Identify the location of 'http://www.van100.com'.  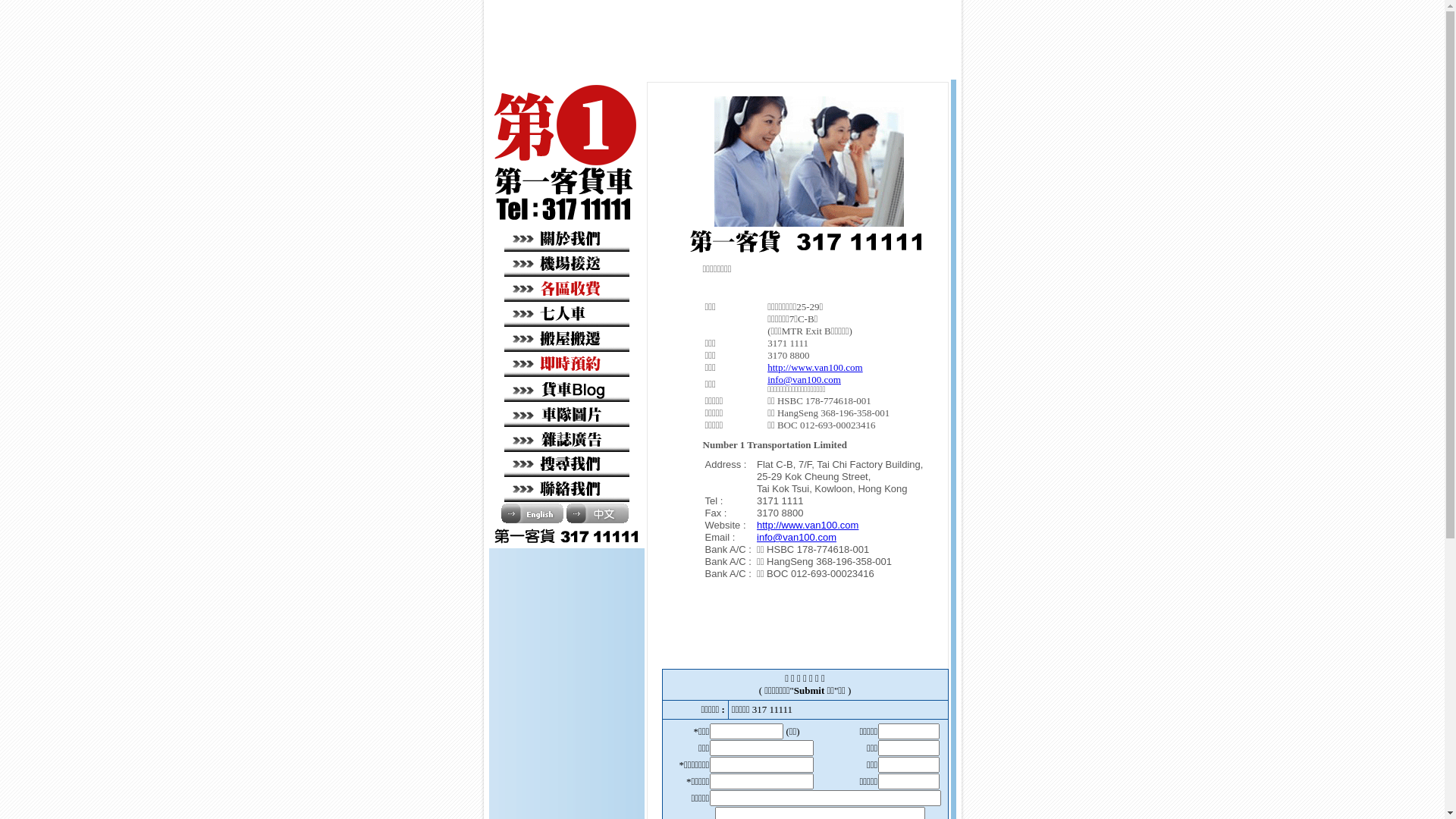
(807, 524).